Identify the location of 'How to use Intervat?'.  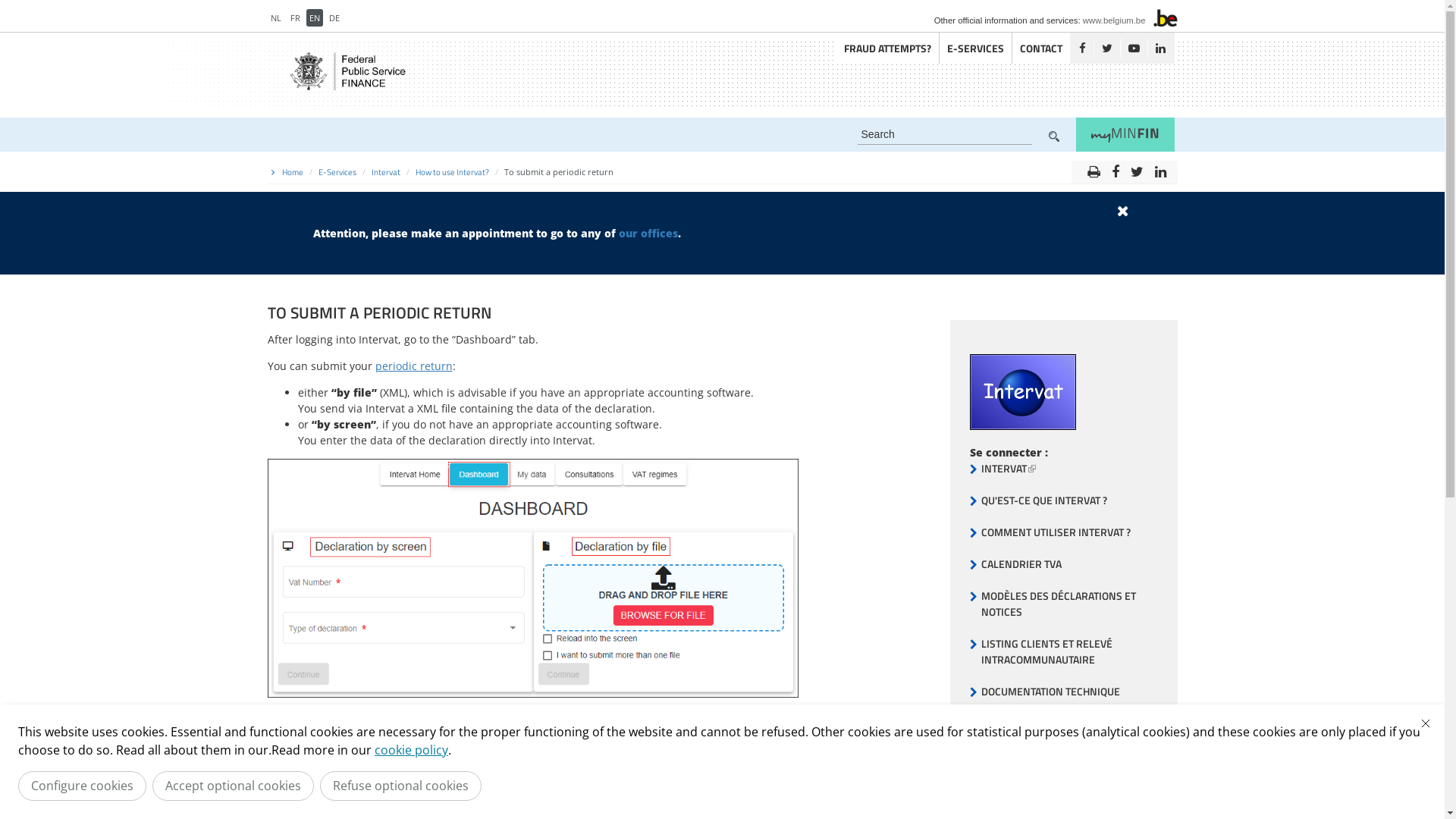
(451, 171).